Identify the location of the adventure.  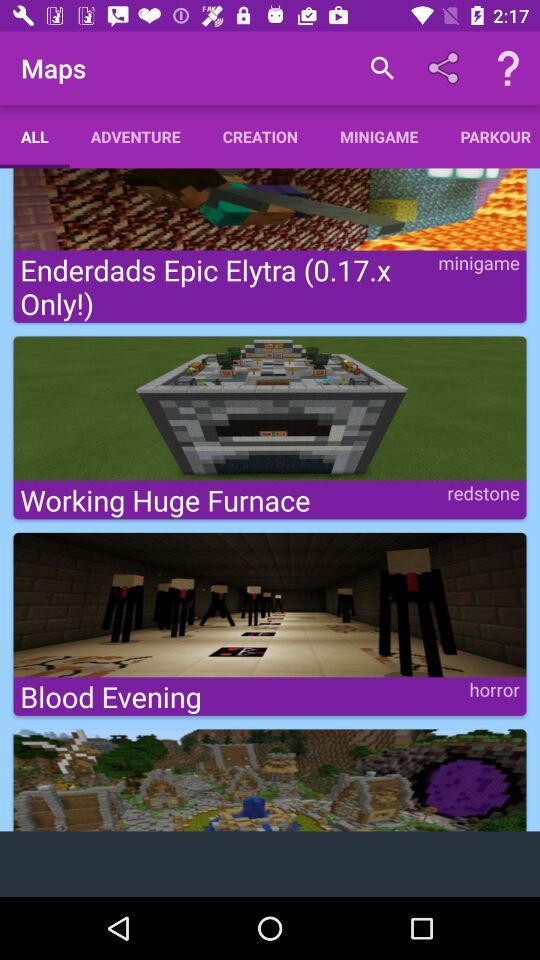
(135, 135).